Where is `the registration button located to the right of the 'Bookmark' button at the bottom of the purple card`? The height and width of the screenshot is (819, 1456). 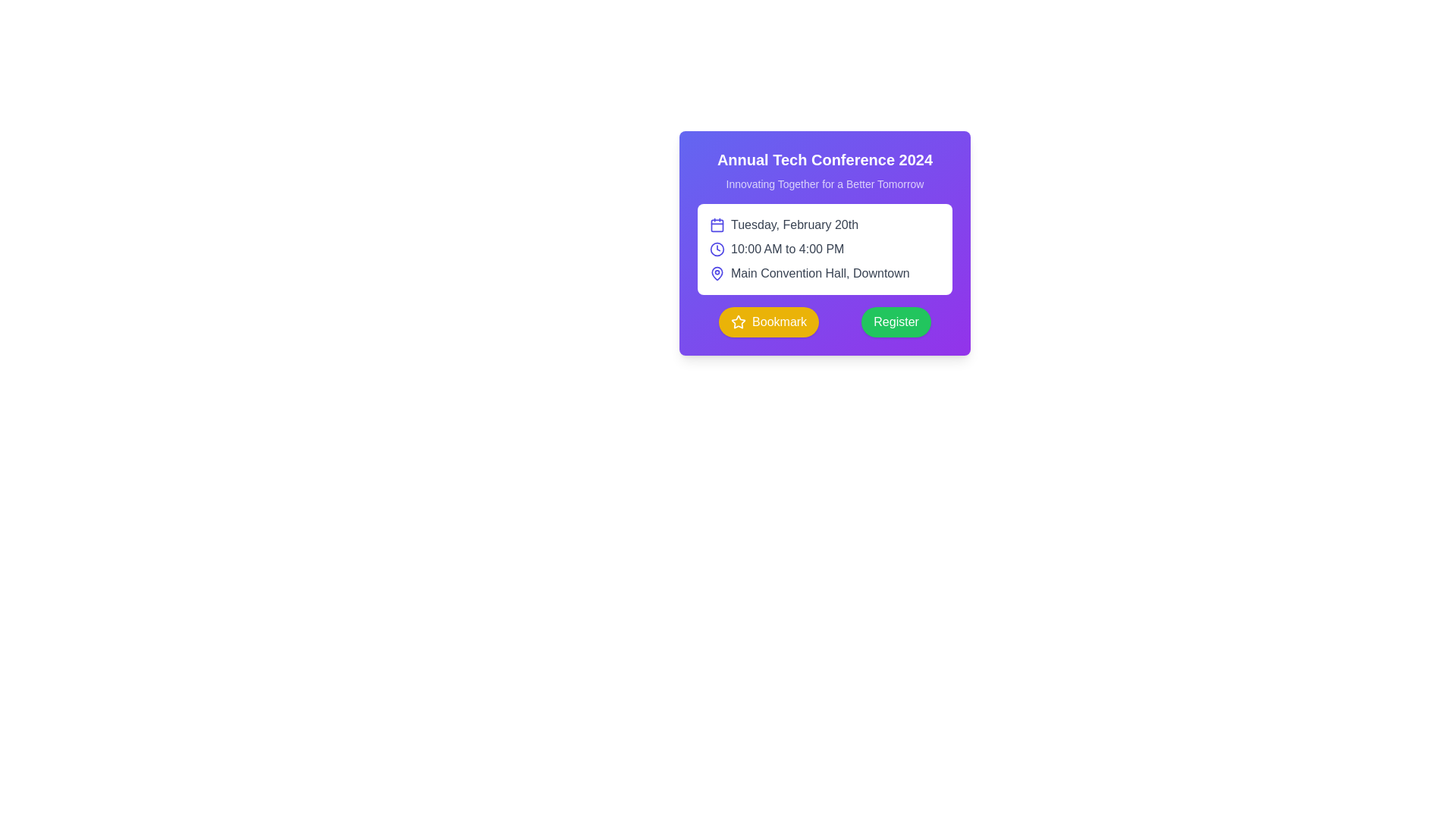
the registration button located to the right of the 'Bookmark' button at the bottom of the purple card is located at coordinates (896, 321).